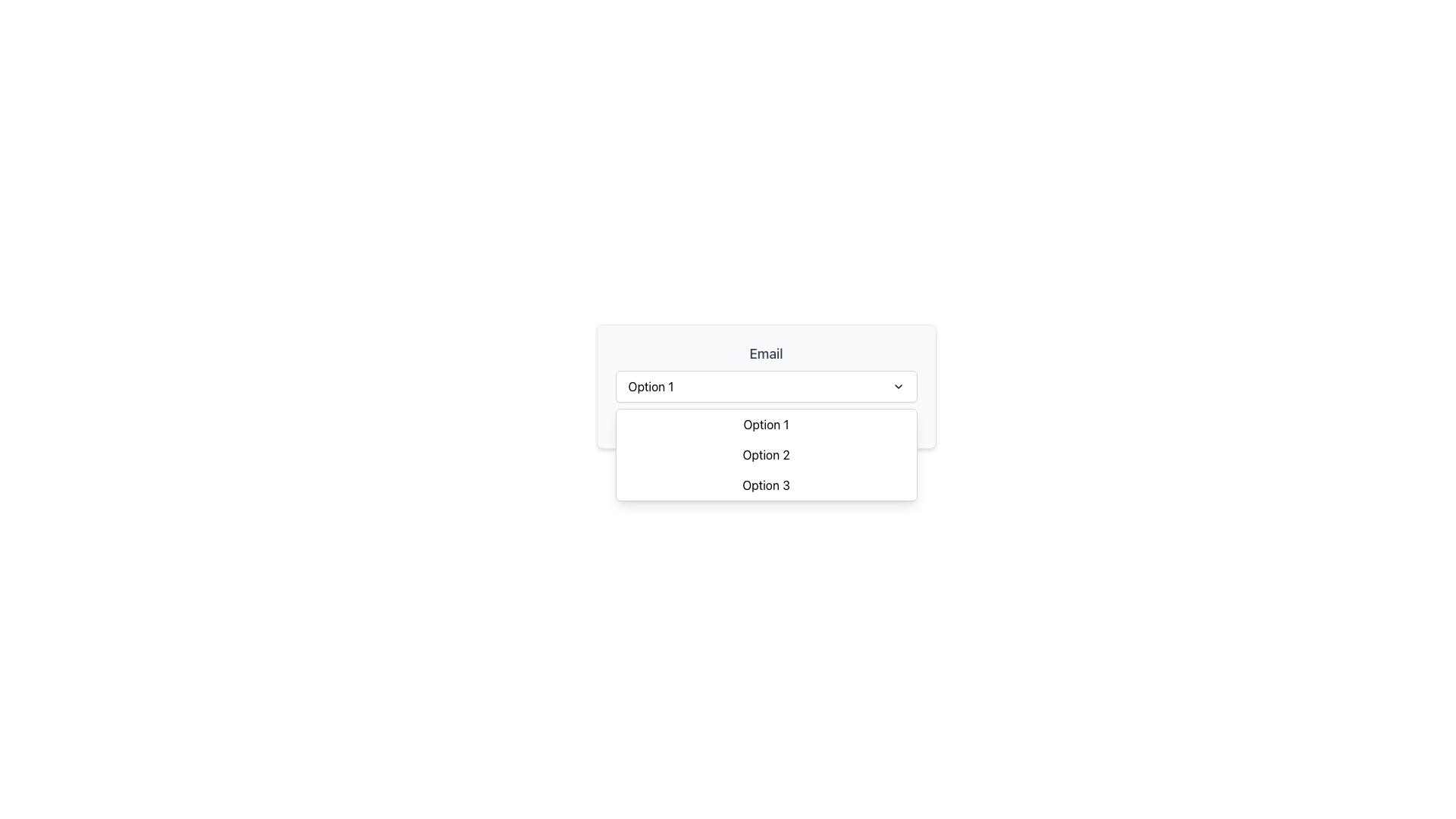 The height and width of the screenshot is (819, 1456). Describe the element at coordinates (766, 424) in the screenshot. I see `the first option 'Option 1' in the dropdown list located below the 'Email' input field` at that location.